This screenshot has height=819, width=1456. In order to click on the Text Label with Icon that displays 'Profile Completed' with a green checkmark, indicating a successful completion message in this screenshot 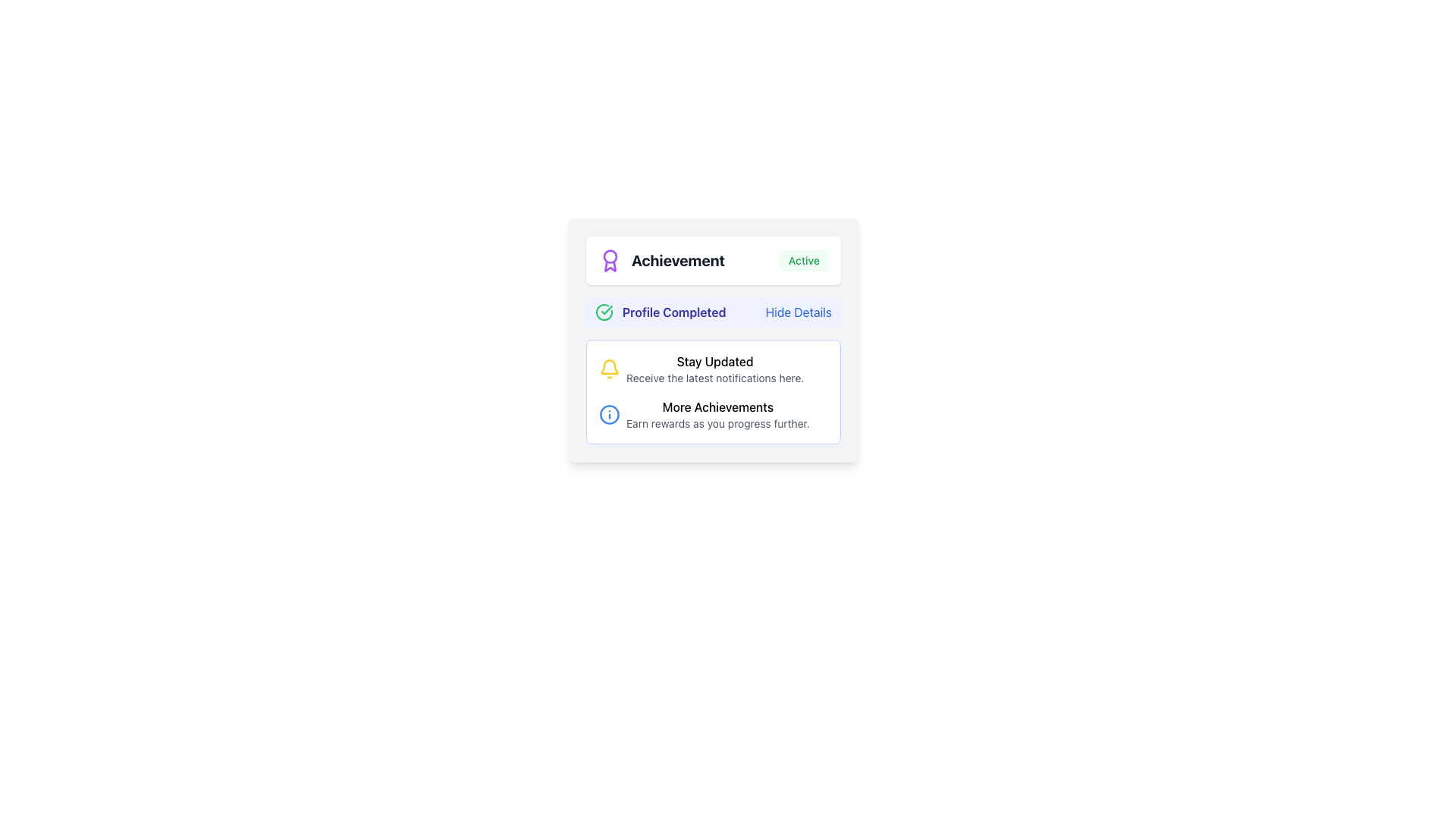, I will do `click(661, 312)`.